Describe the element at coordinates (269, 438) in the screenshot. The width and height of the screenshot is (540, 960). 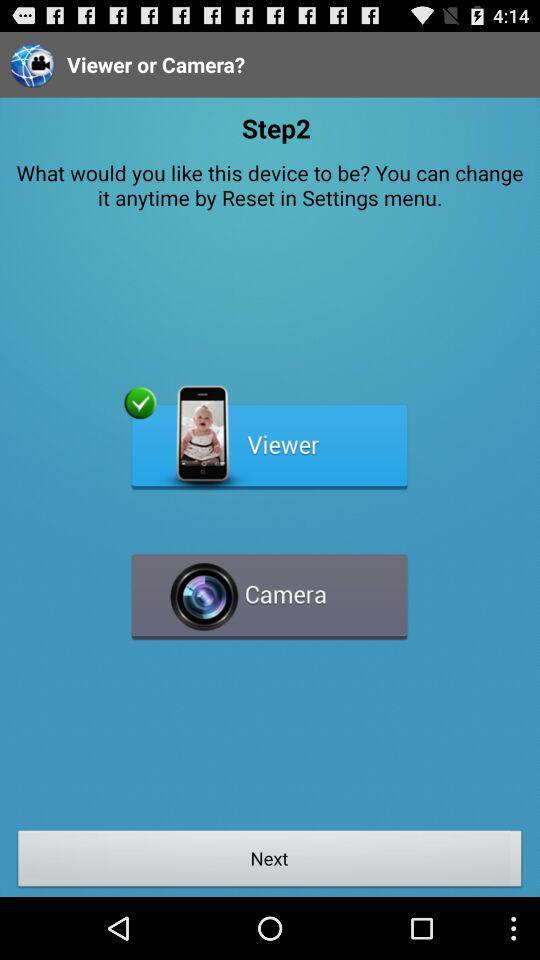
I see `the item below what would you item` at that location.